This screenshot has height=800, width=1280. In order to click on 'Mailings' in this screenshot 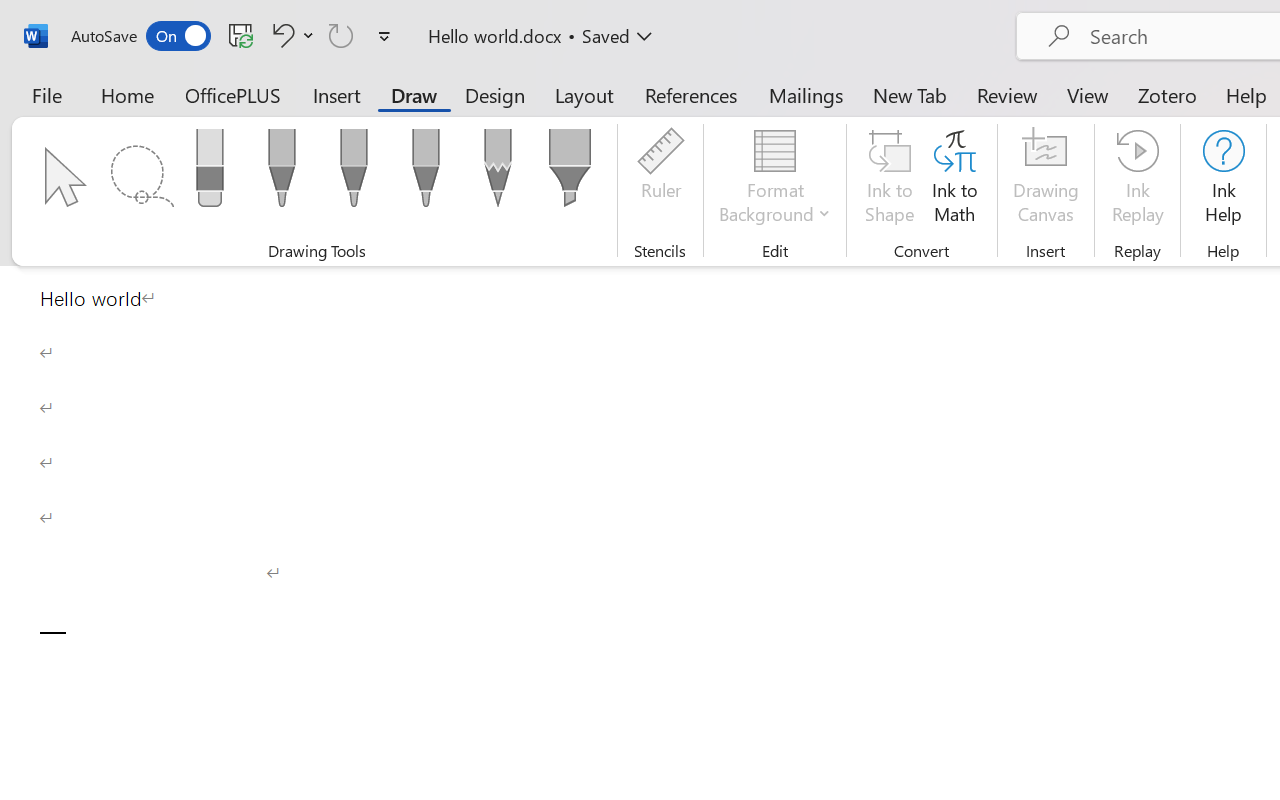, I will do `click(806, 94)`.